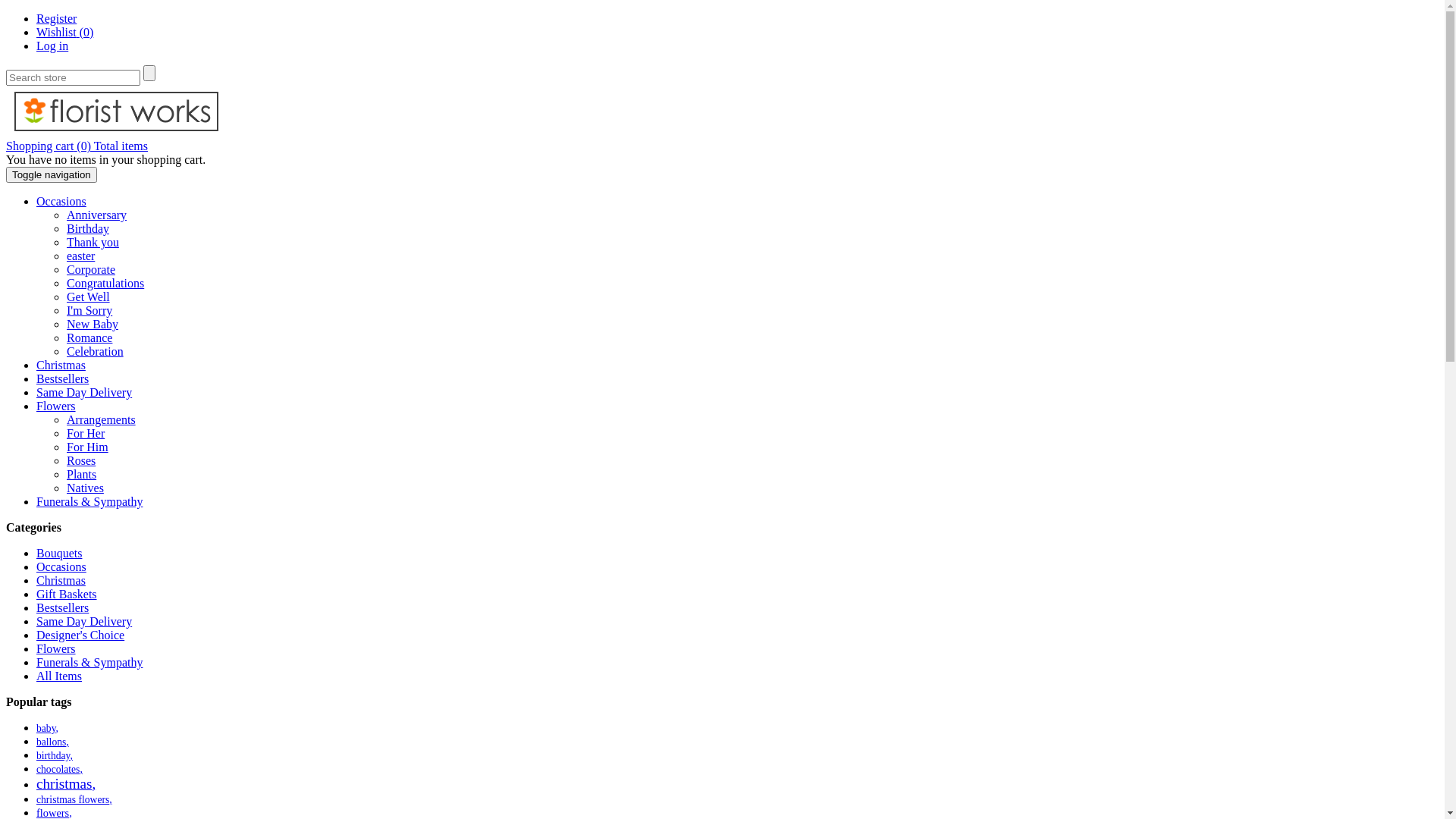 This screenshot has height=819, width=1456. What do you see at coordinates (100, 419) in the screenshot?
I see `'Arrangements'` at bounding box center [100, 419].